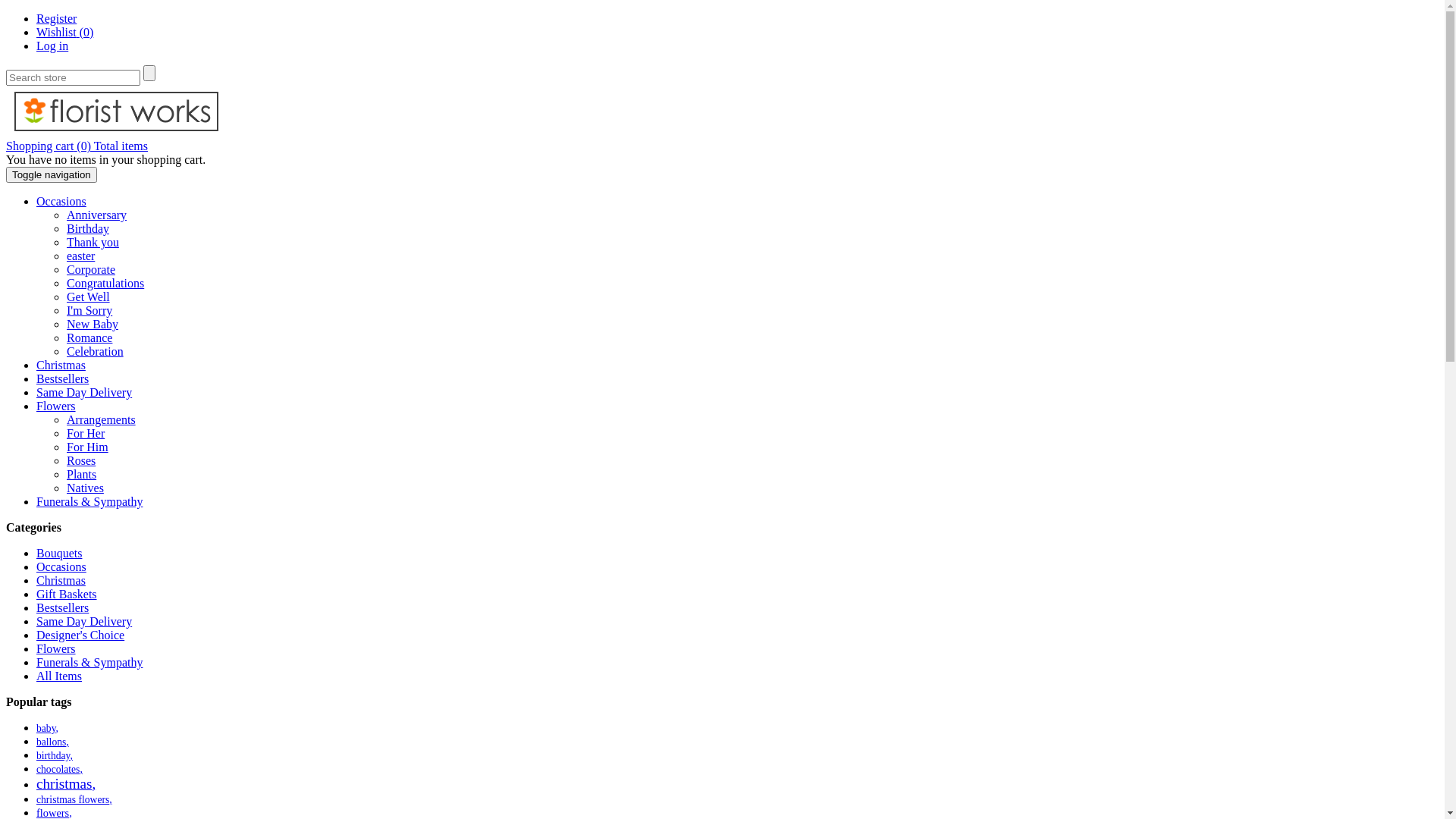 This screenshot has height=819, width=1456. What do you see at coordinates (100, 419) in the screenshot?
I see `'Arrangements'` at bounding box center [100, 419].